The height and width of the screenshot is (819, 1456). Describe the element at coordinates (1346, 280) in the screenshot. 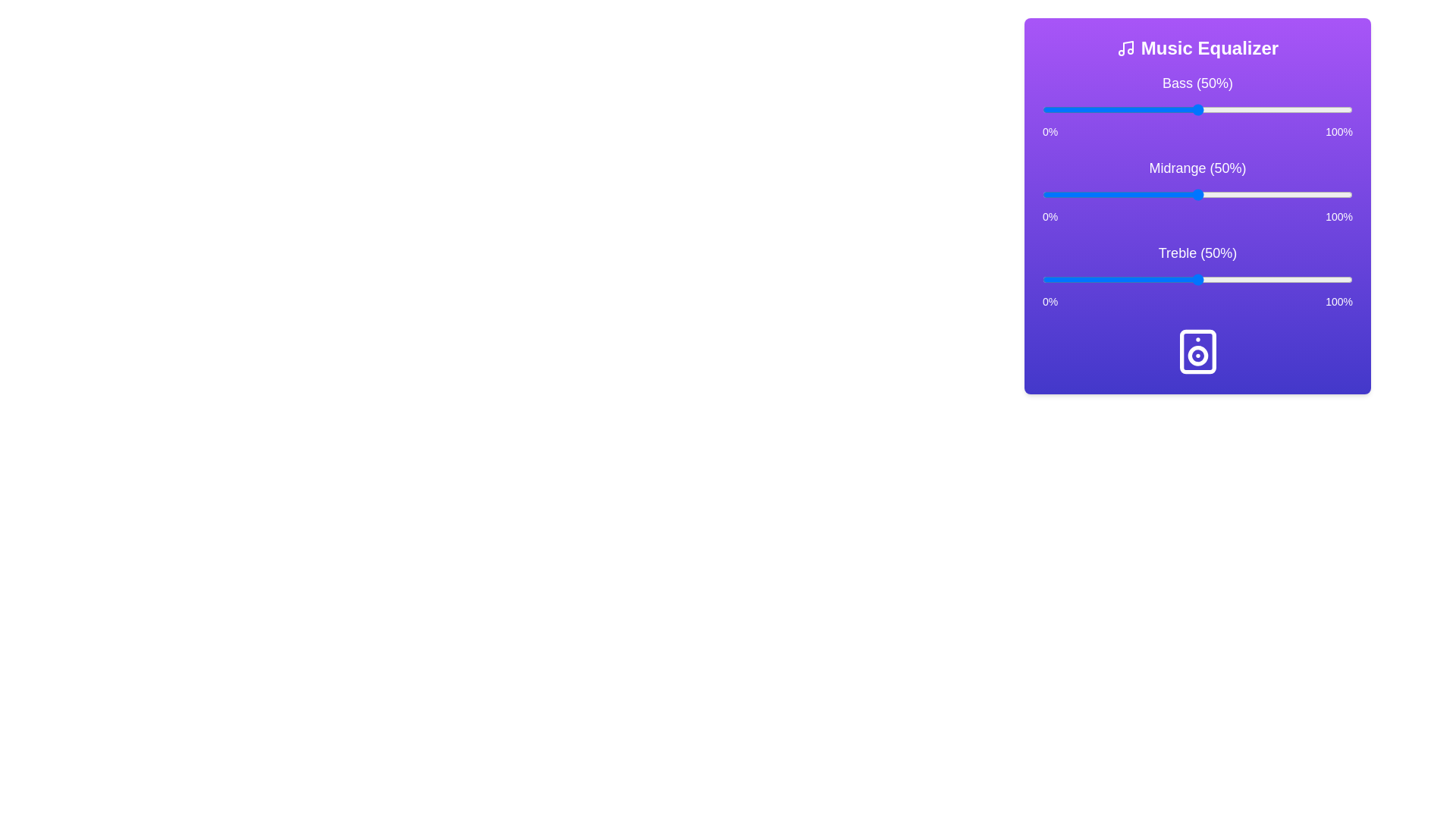

I see `the treble slider to 98%` at that location.